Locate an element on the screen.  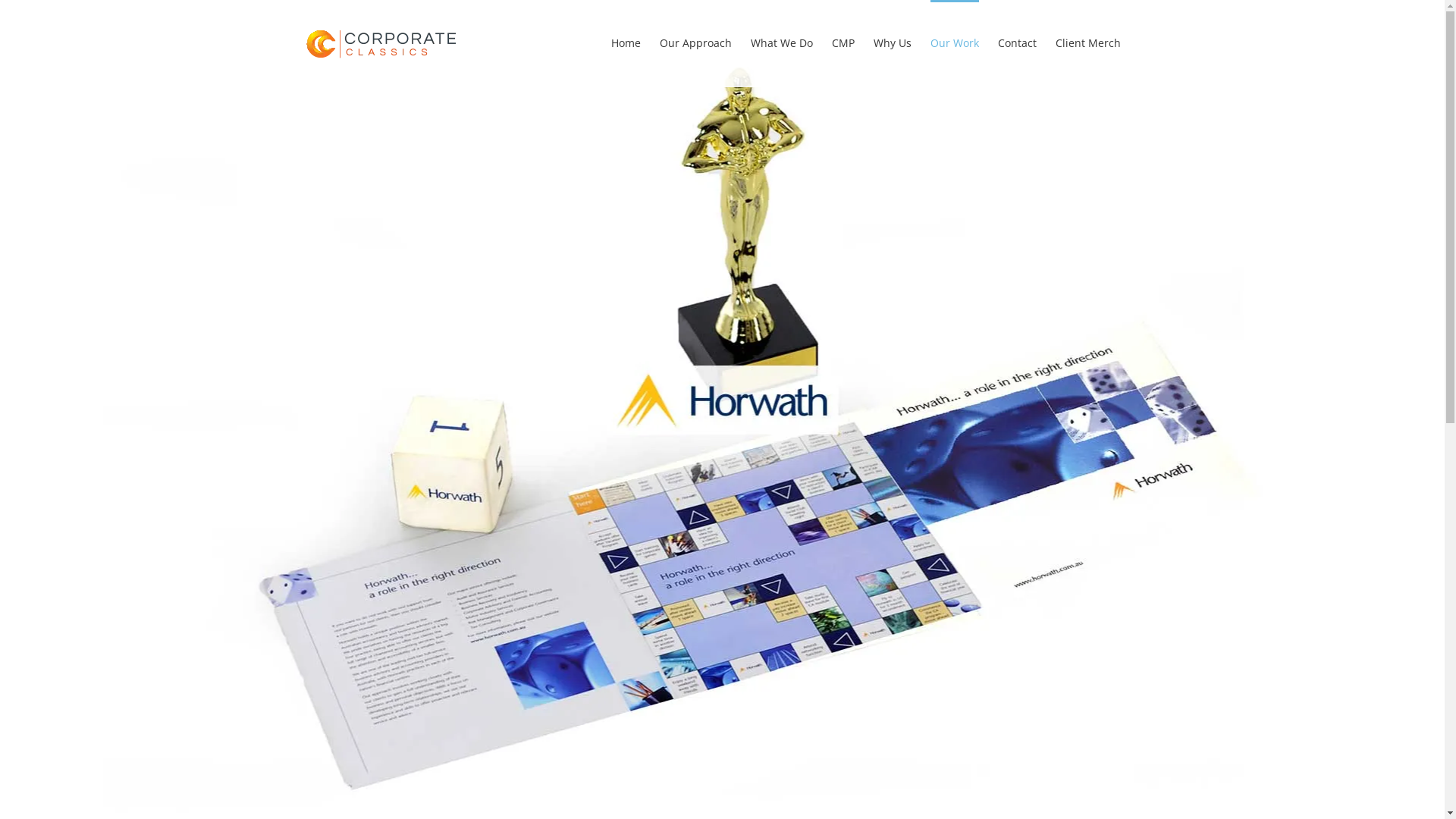
'Why Us' is located at coordinates (874, 40).